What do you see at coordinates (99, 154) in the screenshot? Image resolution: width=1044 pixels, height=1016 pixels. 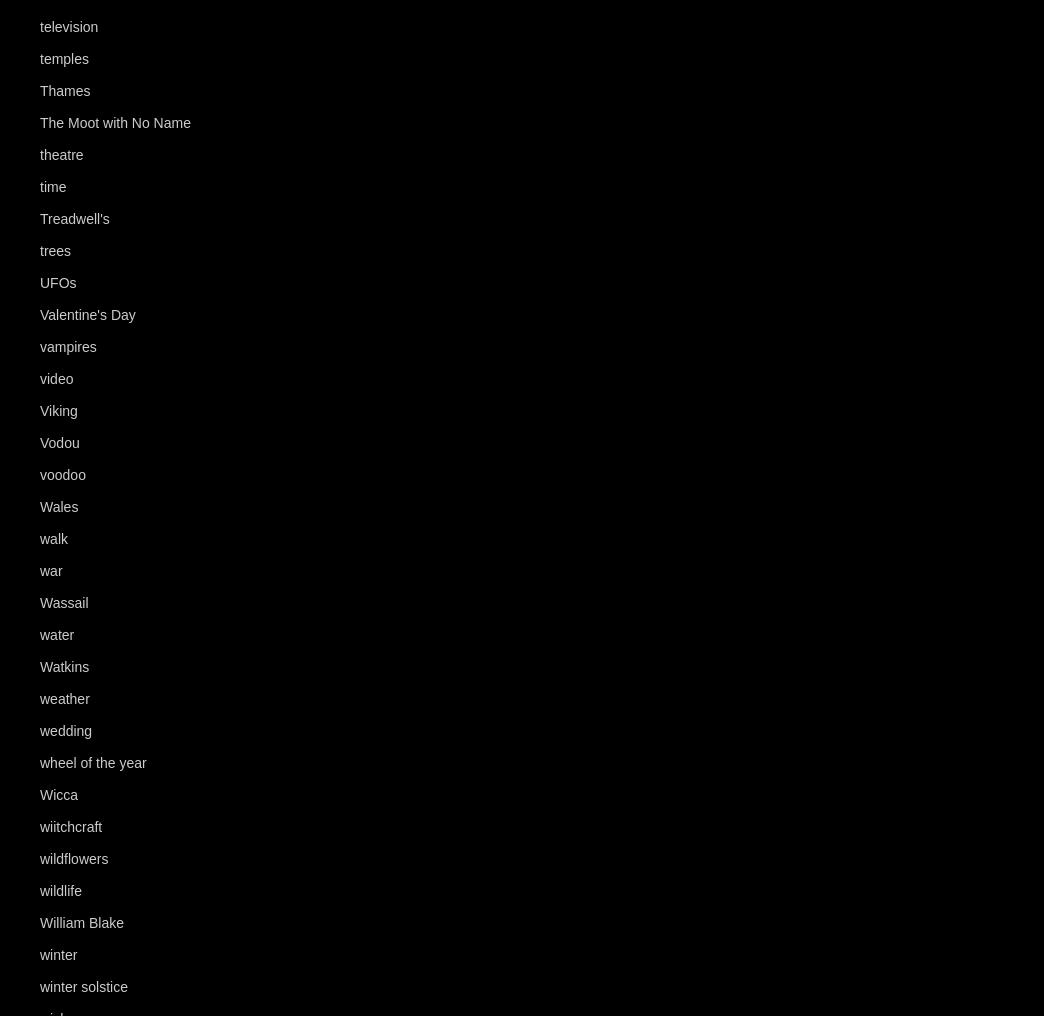 I see `'(35)'` at bounding box center [99, 154].